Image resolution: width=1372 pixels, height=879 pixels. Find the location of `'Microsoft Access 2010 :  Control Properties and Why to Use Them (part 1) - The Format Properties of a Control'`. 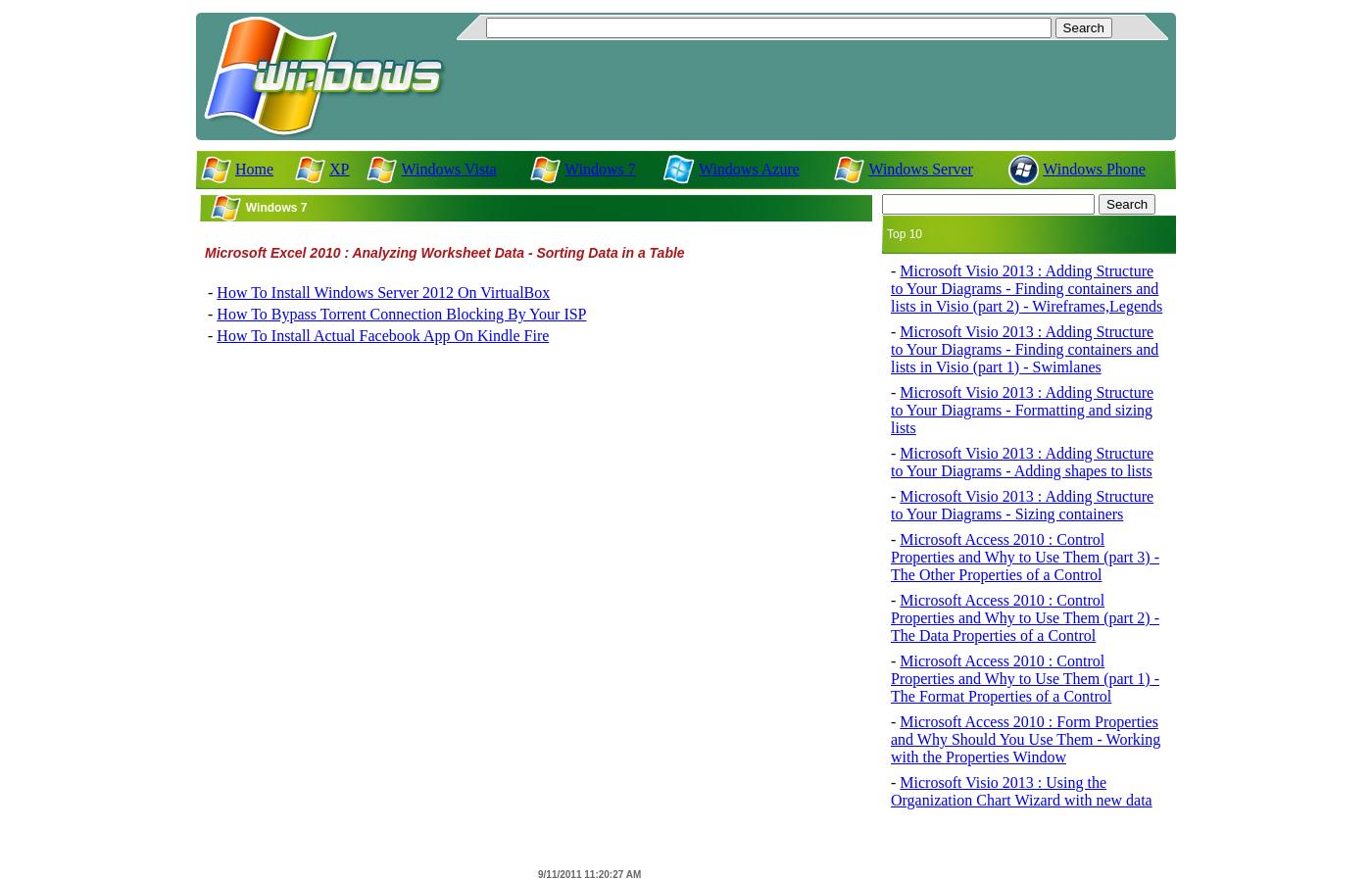

'Microsoft Access 2010 :  Control Properties and Why to Use Them (part 1) - The Format Properties of a Control' is located at coordinates (1024, 678).